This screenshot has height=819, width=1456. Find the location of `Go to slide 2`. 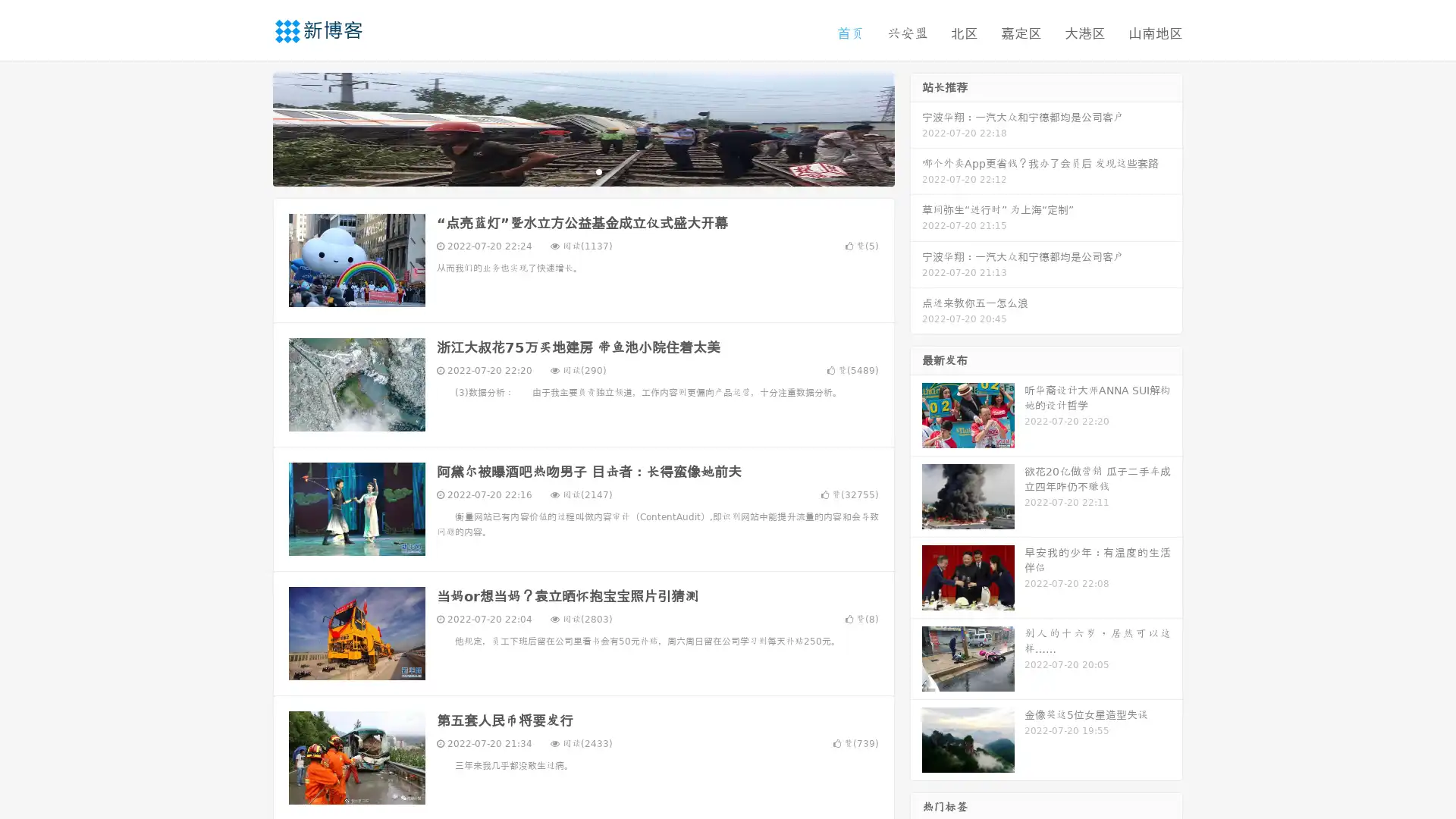

Go to slide 2 is located at coordinates (582, 171).